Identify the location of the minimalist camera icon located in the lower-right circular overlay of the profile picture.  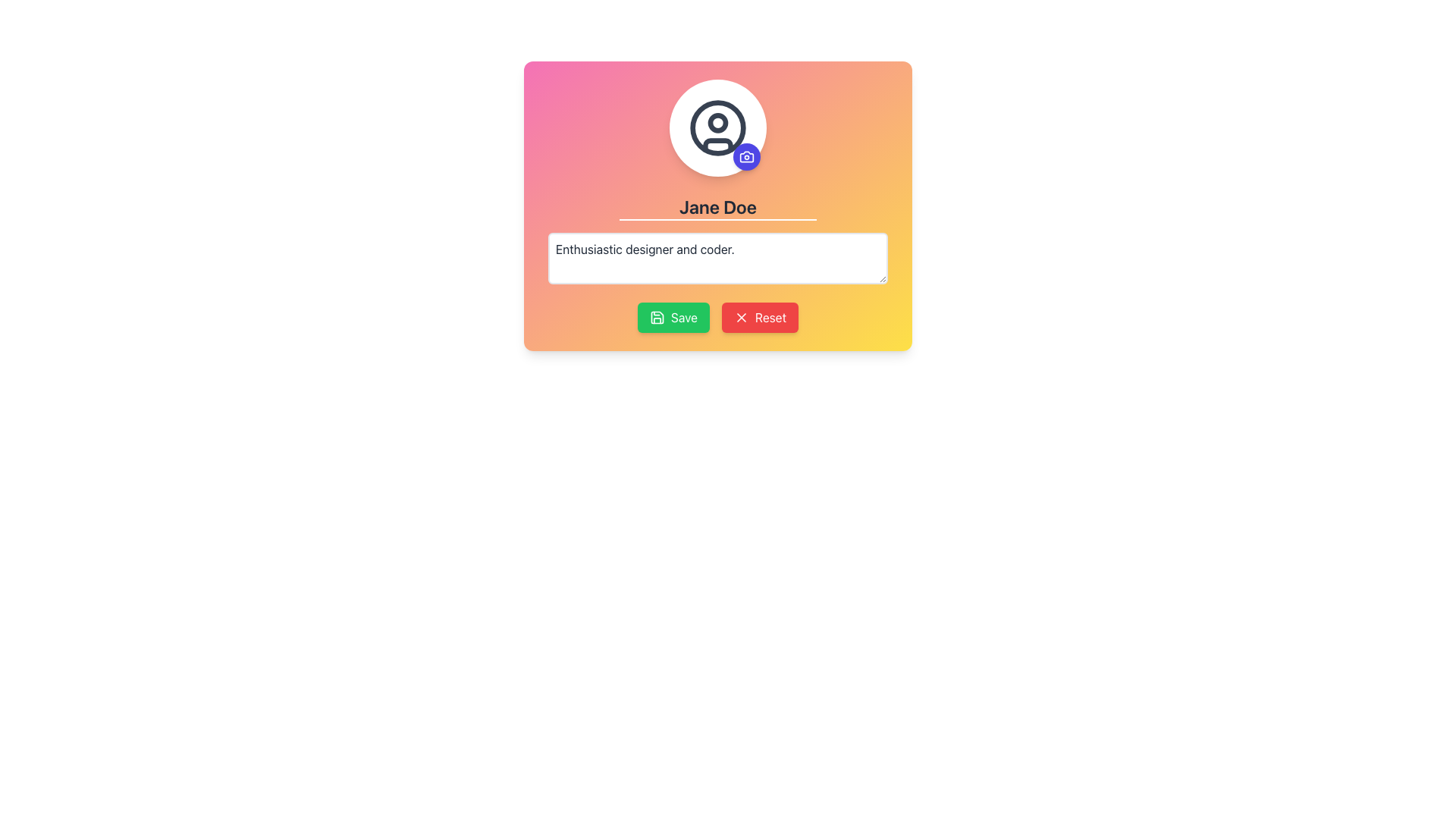
(746, 157).